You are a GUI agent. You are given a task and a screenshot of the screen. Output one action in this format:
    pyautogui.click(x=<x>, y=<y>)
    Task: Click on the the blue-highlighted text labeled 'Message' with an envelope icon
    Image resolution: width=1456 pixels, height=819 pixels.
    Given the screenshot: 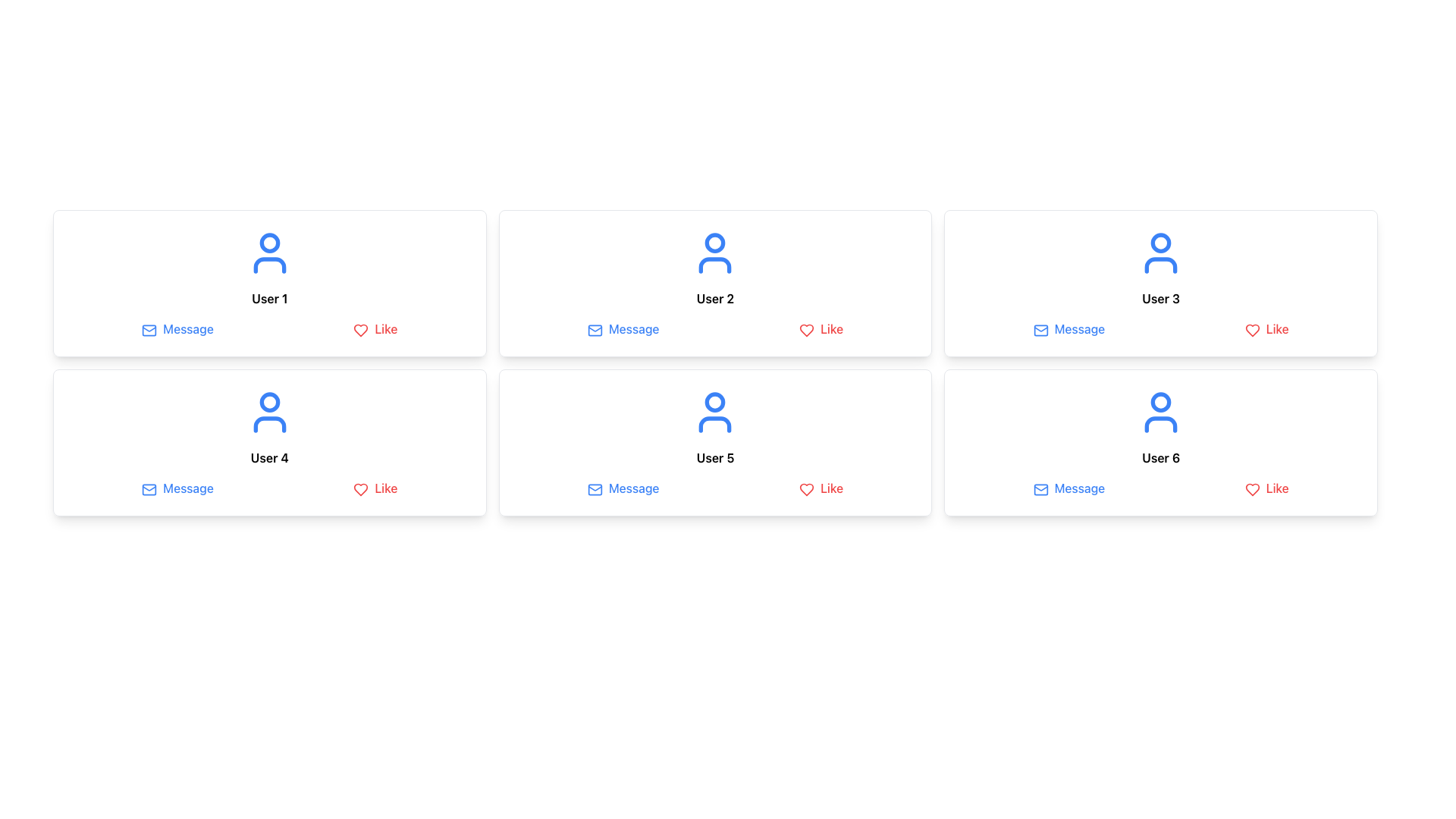 What is the action you would take?
    pyautogui.click(x=1068, y=328)
    